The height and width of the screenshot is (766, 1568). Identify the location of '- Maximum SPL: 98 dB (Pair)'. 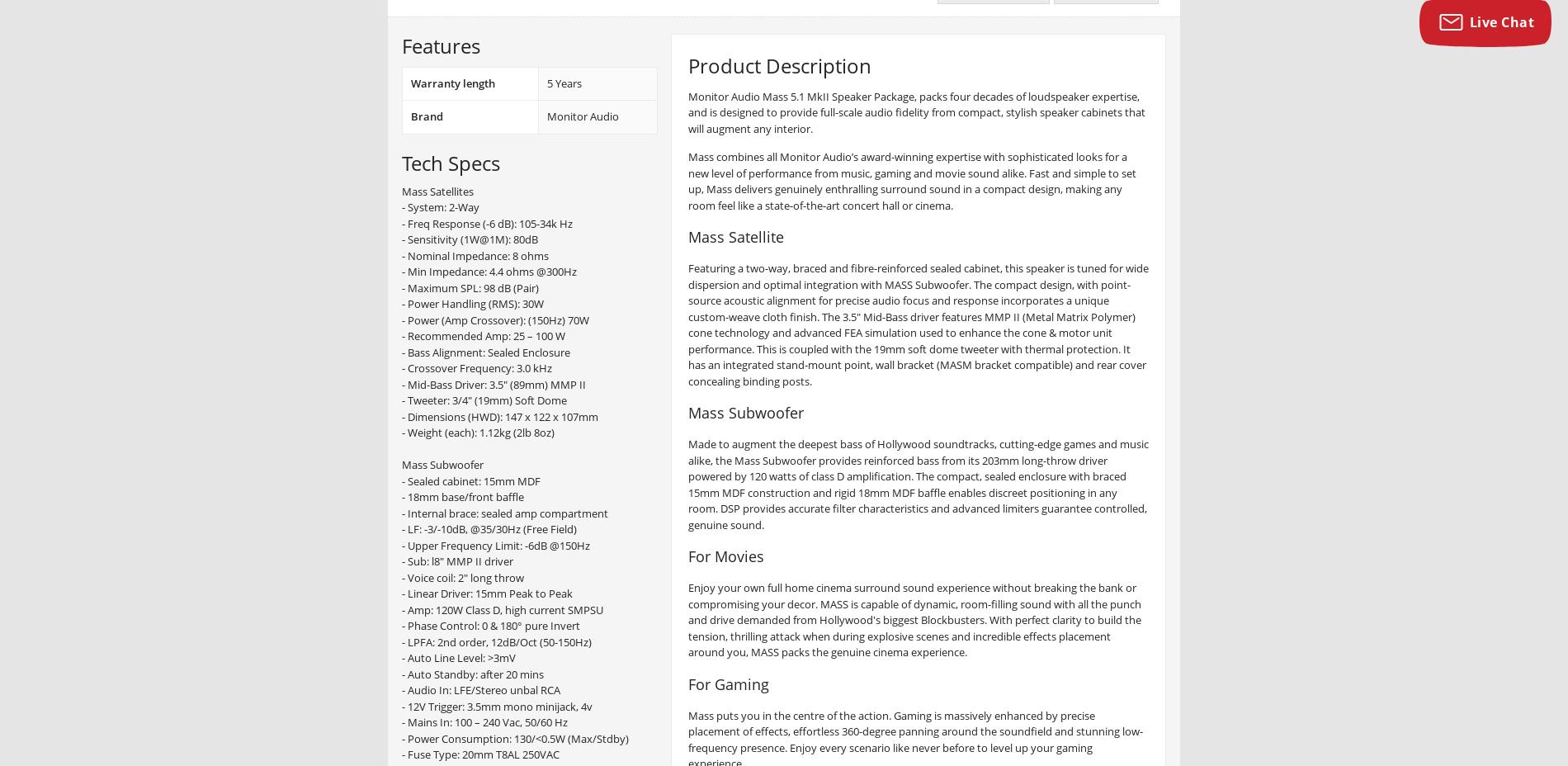
(470, 286).